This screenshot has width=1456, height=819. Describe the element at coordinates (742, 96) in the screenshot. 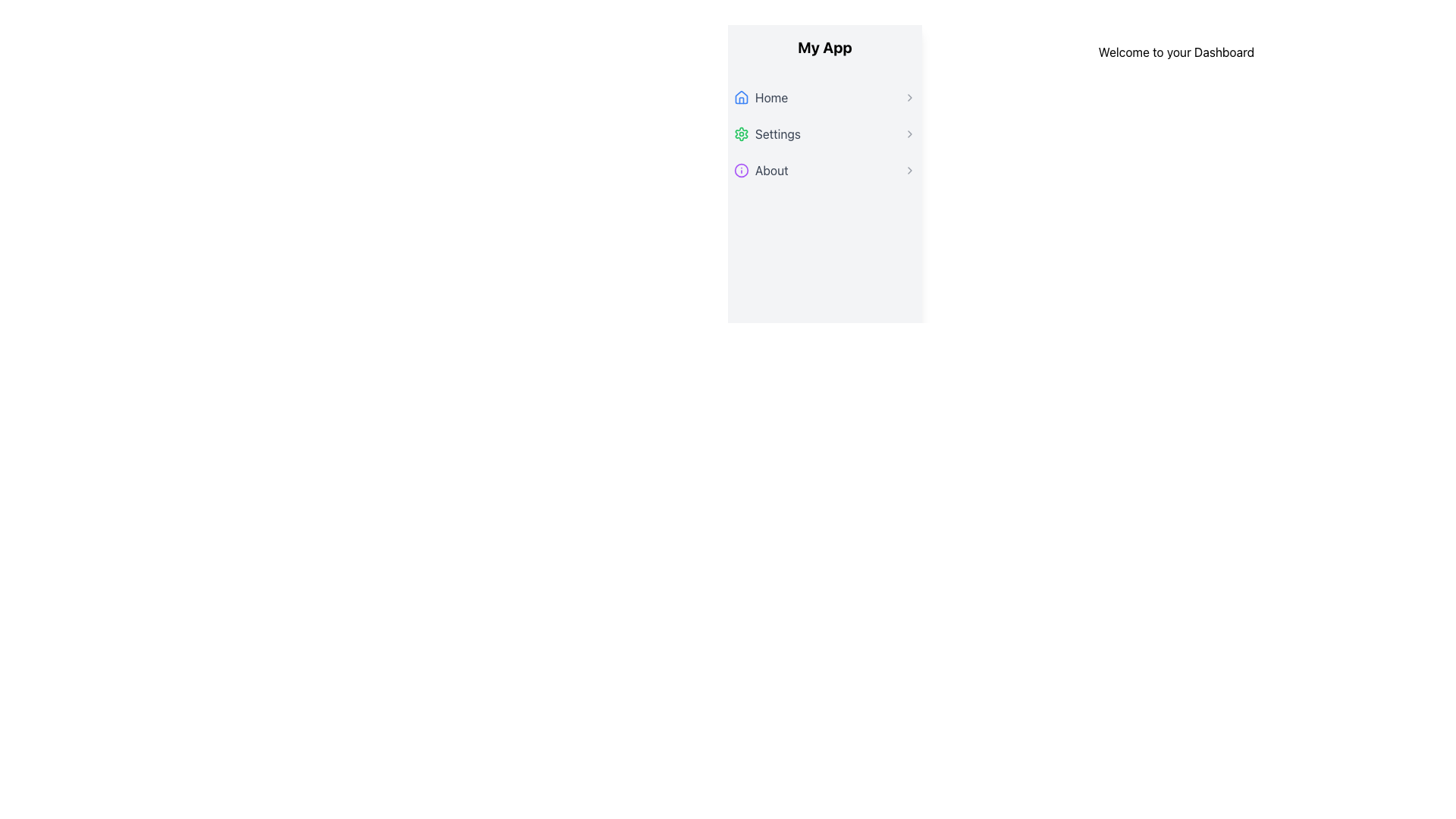

I see `the house-shaped icon with a blue outline in the left-side navigation menu, adjacent to the 'Home' label` at that location.